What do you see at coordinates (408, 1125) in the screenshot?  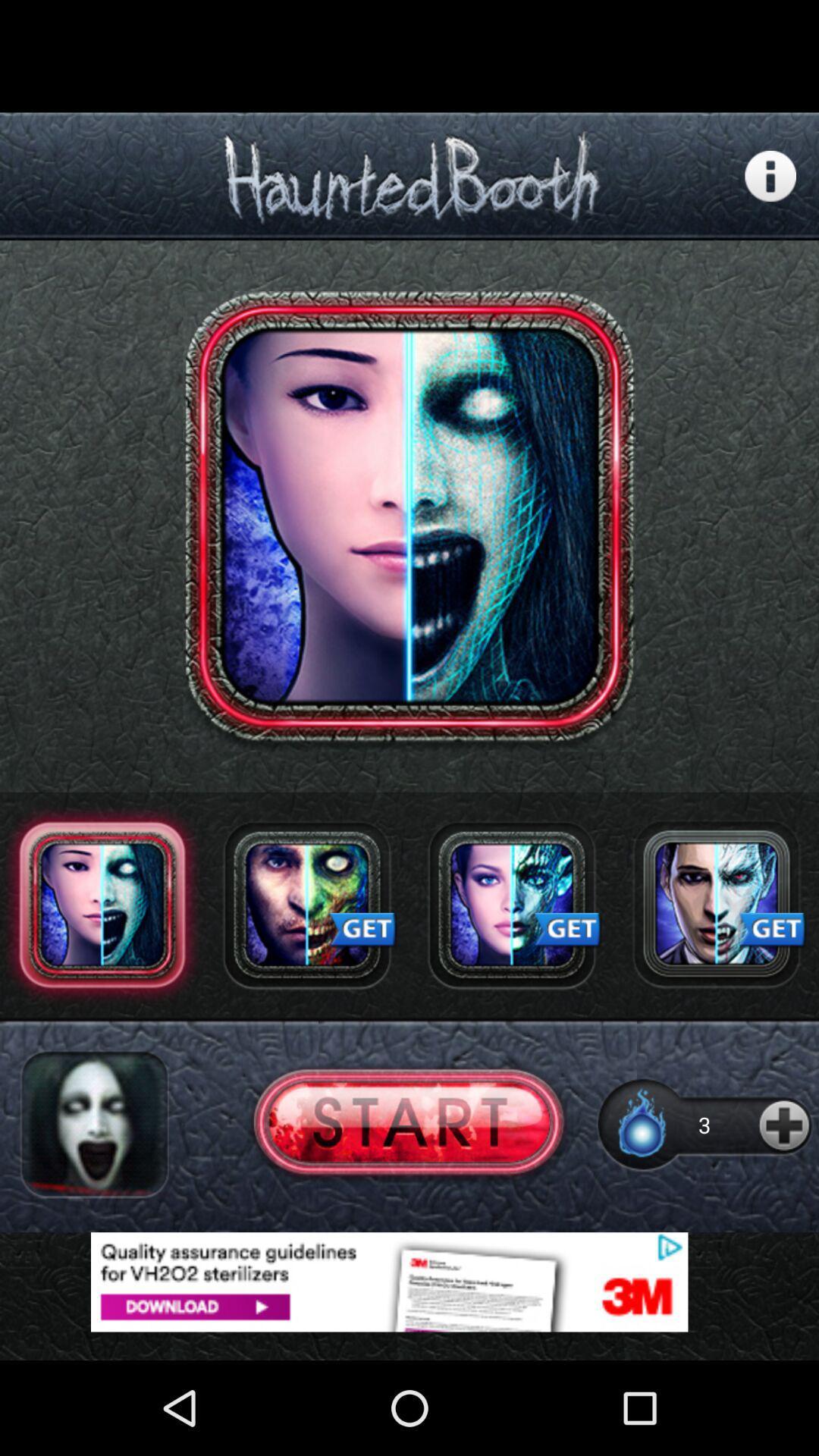 I see `start the zombifier` at bounding box center [408, 1125].